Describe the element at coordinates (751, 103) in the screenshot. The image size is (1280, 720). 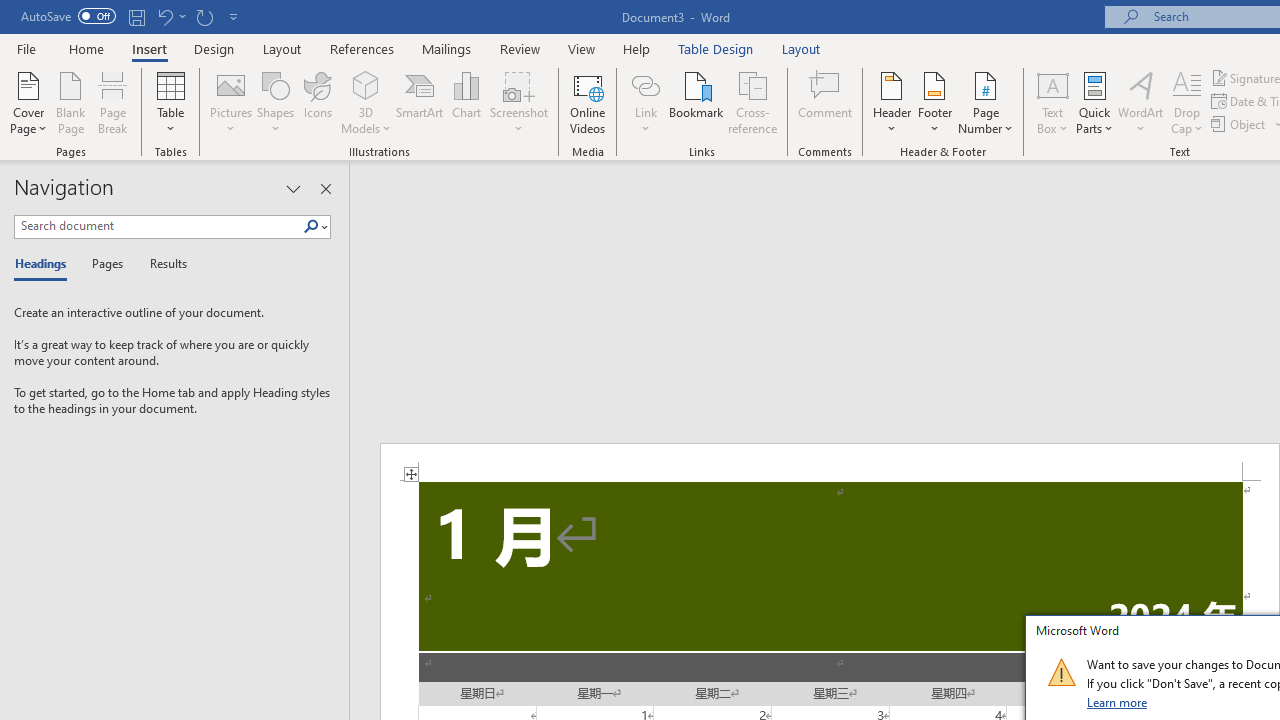
I see `'Cross-reference...'` at that location.